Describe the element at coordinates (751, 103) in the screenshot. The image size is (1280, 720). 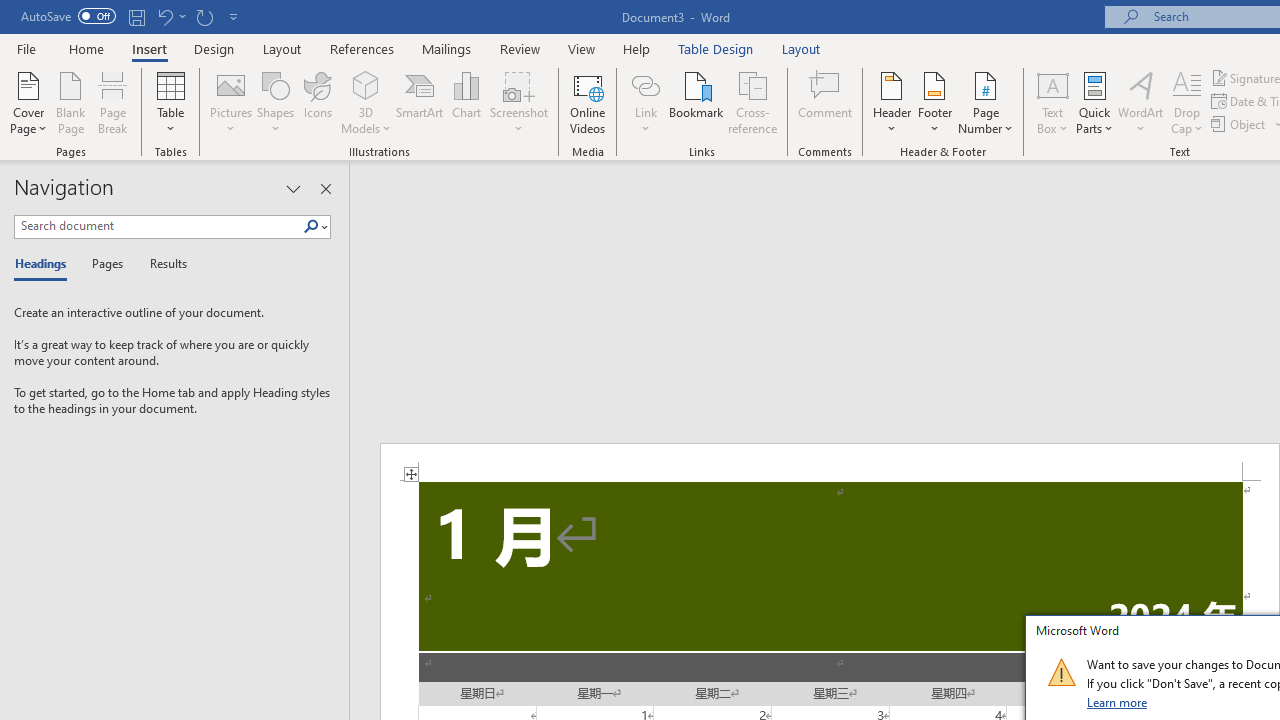
I see `'Cross-reference...'` at that location.